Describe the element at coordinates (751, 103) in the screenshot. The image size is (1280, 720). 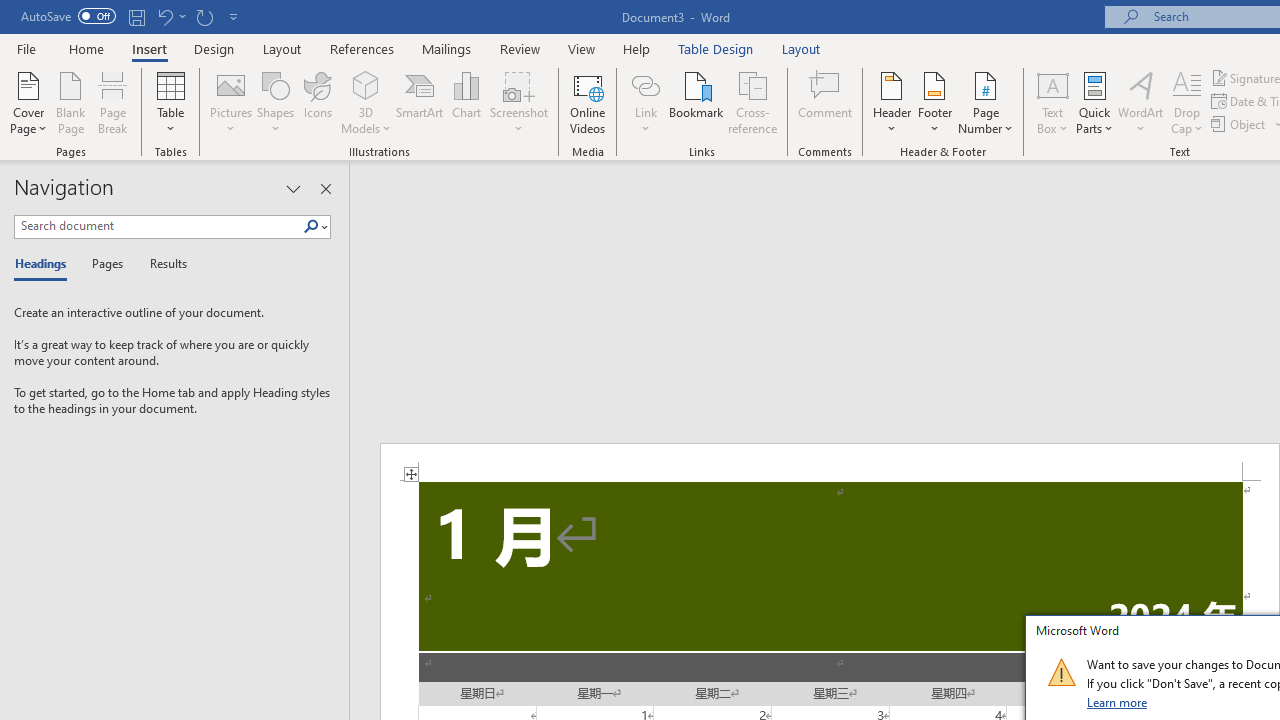
I see `'Cross-reference...'` at that location.